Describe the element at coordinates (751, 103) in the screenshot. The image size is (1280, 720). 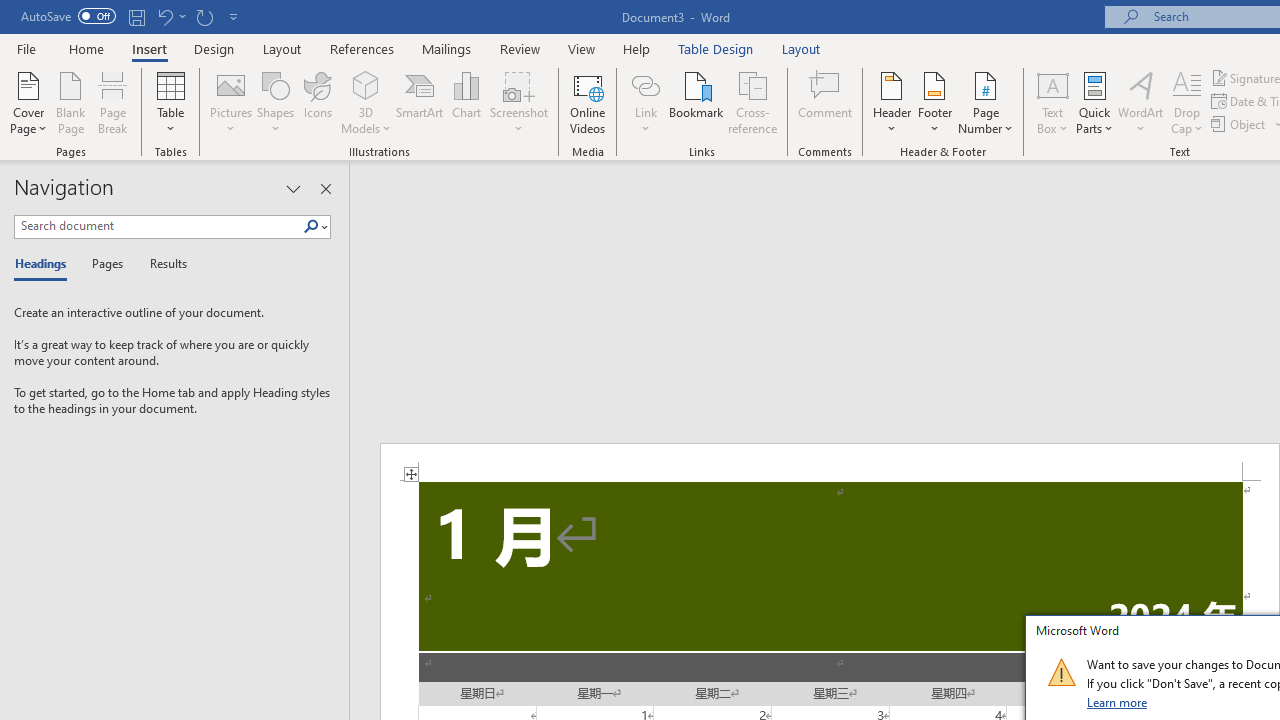
I see `'Cross-reference...'` at that location.